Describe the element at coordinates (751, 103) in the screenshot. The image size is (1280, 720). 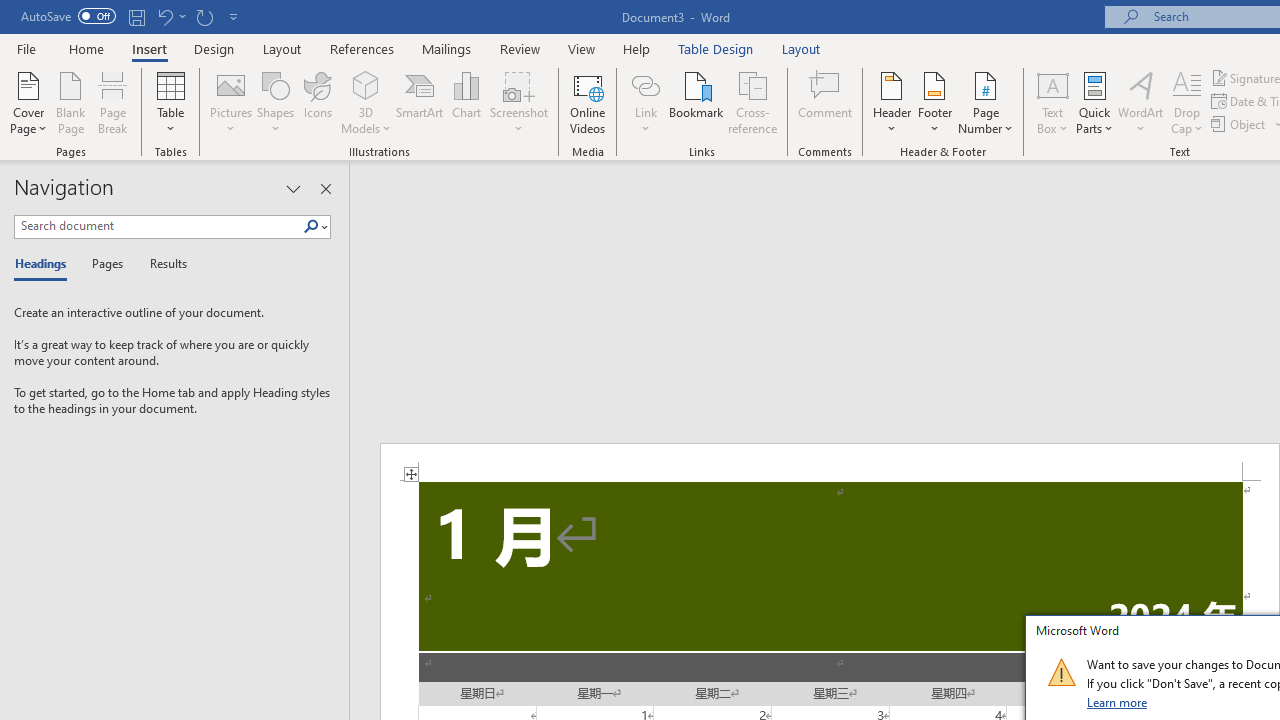
I see `'Cross-reference...'` at that location.